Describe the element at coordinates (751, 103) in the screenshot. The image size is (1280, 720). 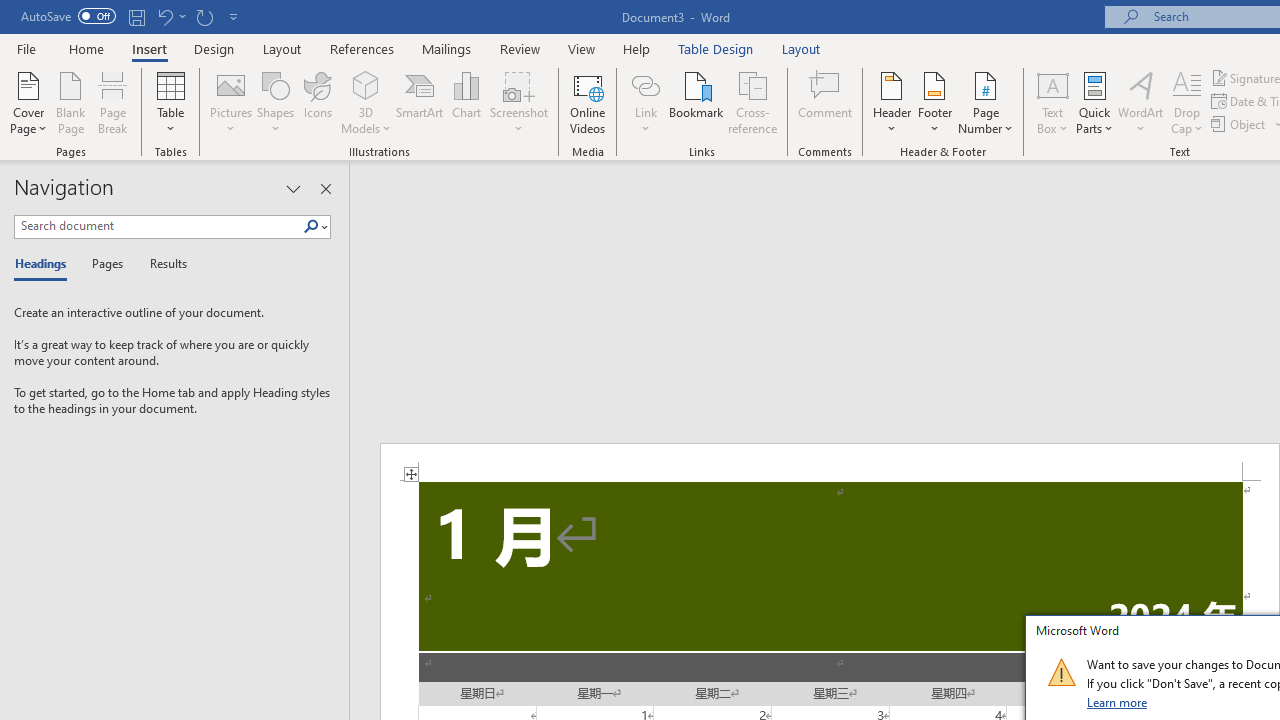
I see `'Cross-reference...'` at that location.